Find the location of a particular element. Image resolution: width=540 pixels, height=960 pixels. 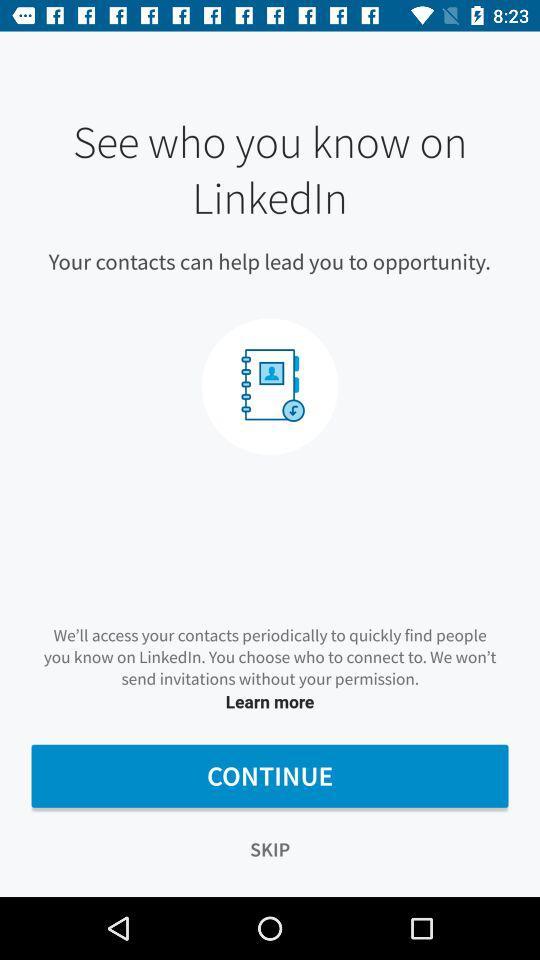

the item below continue icon is located at coordinates (270, 848).